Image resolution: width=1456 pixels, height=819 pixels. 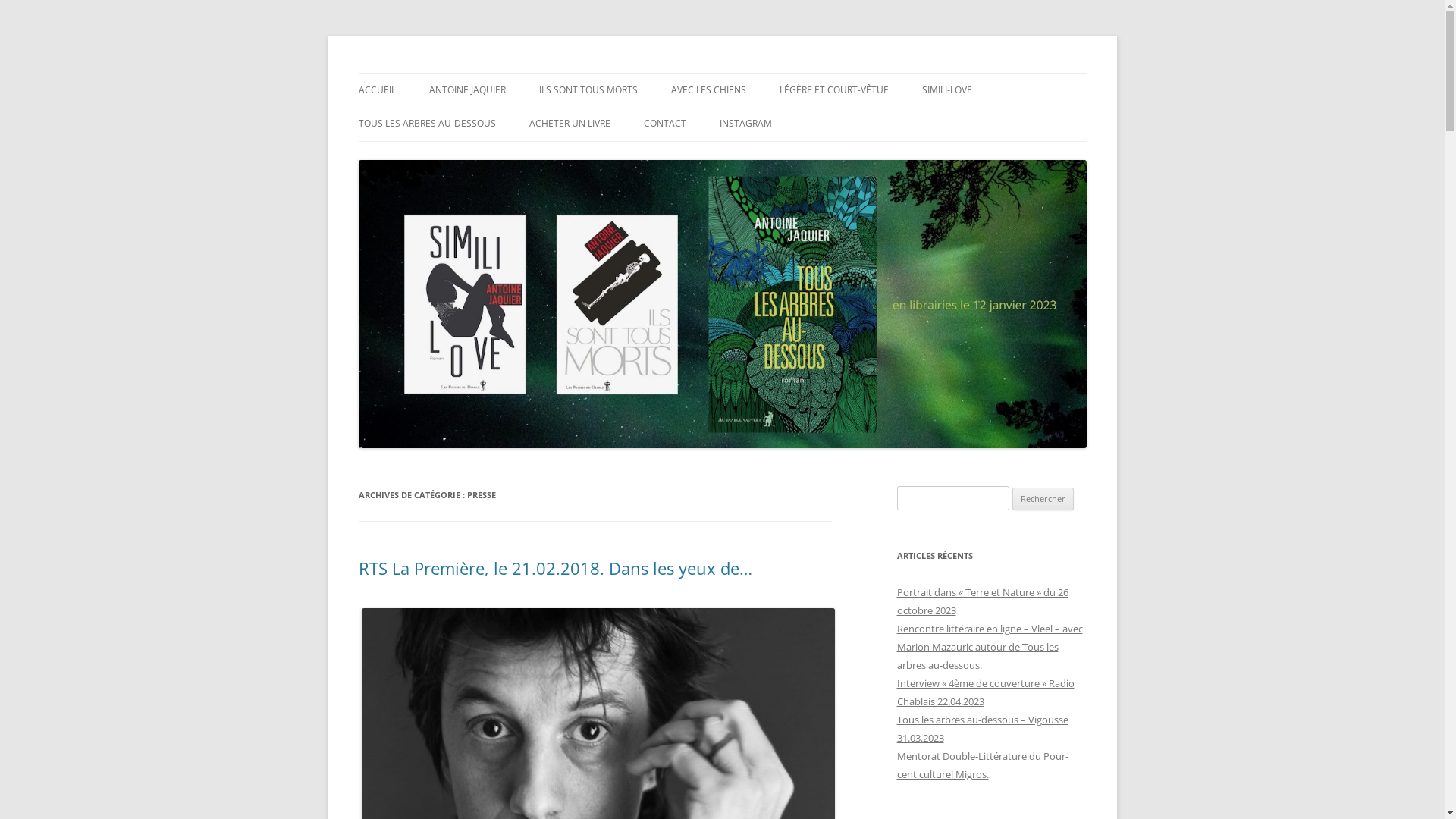 I want to click on 'TOUS LES ARBRES AU-DESSOUS', so click(x=356, y=122).